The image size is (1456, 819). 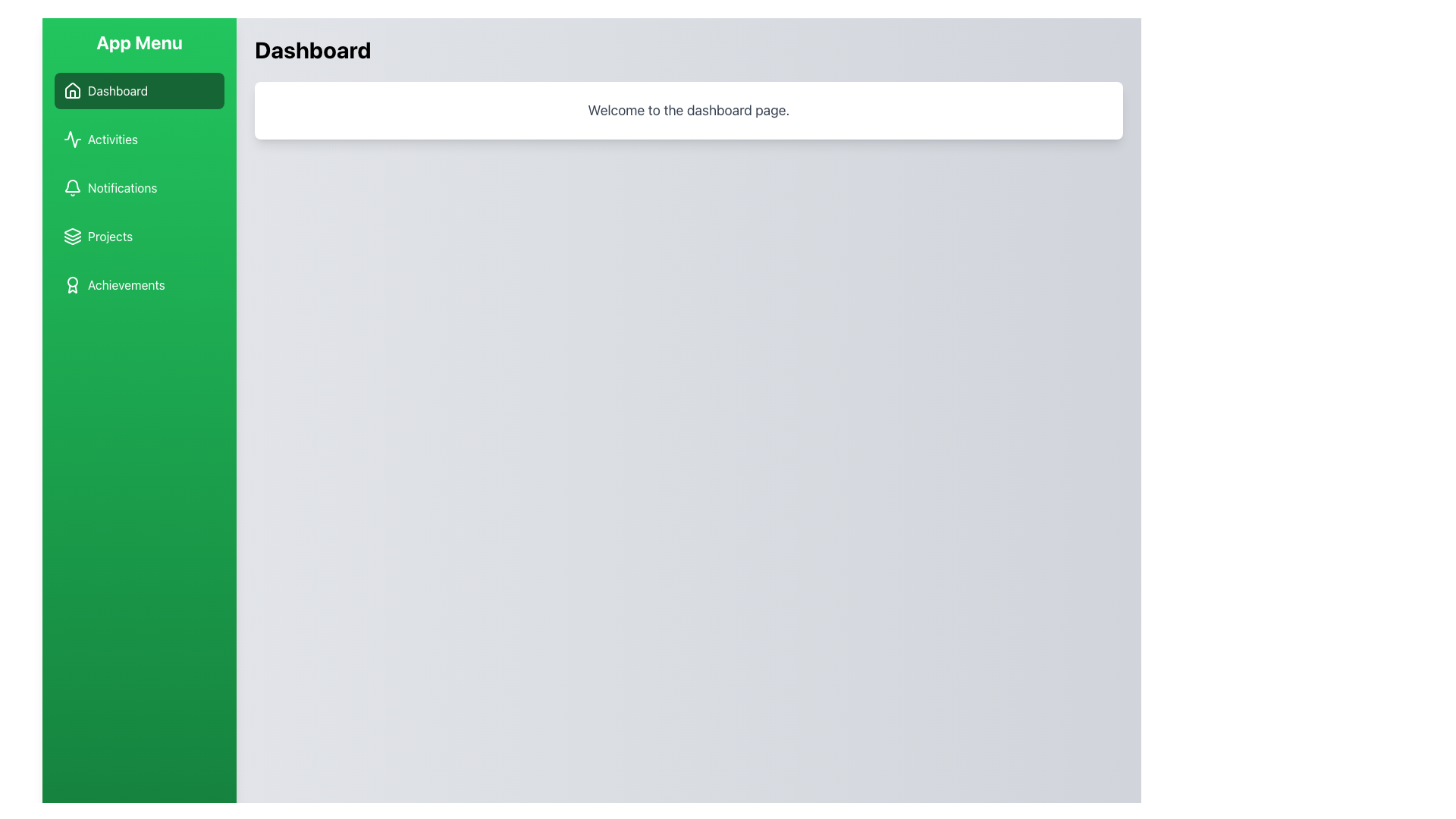 I want to click on the 'Achievements' icon in the sidebar menu, so click(x=72, y=284).